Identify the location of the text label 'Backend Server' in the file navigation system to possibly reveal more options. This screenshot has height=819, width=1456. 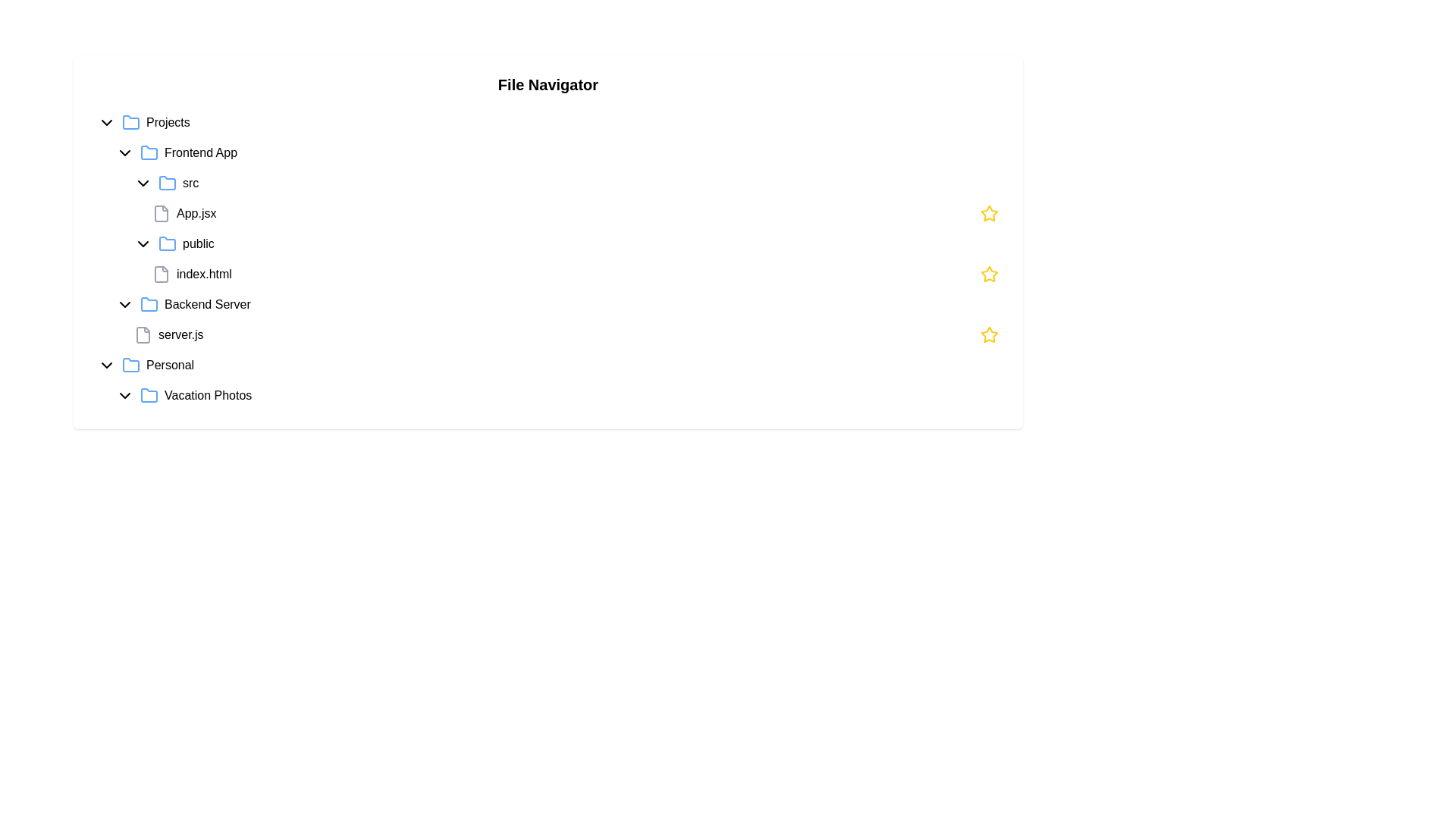
(206, 304).